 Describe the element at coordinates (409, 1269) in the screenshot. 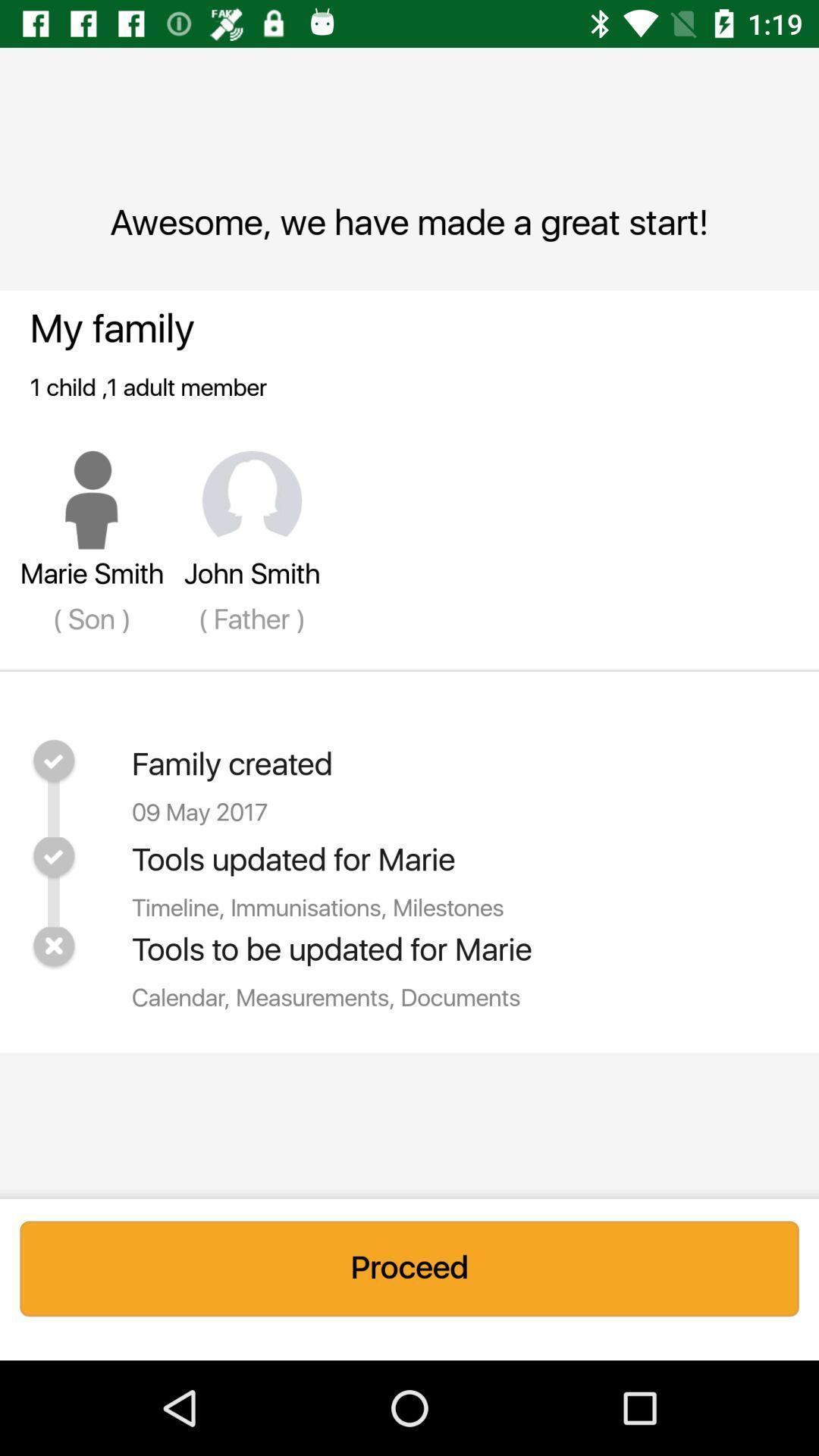

I see `proceed` at that location.